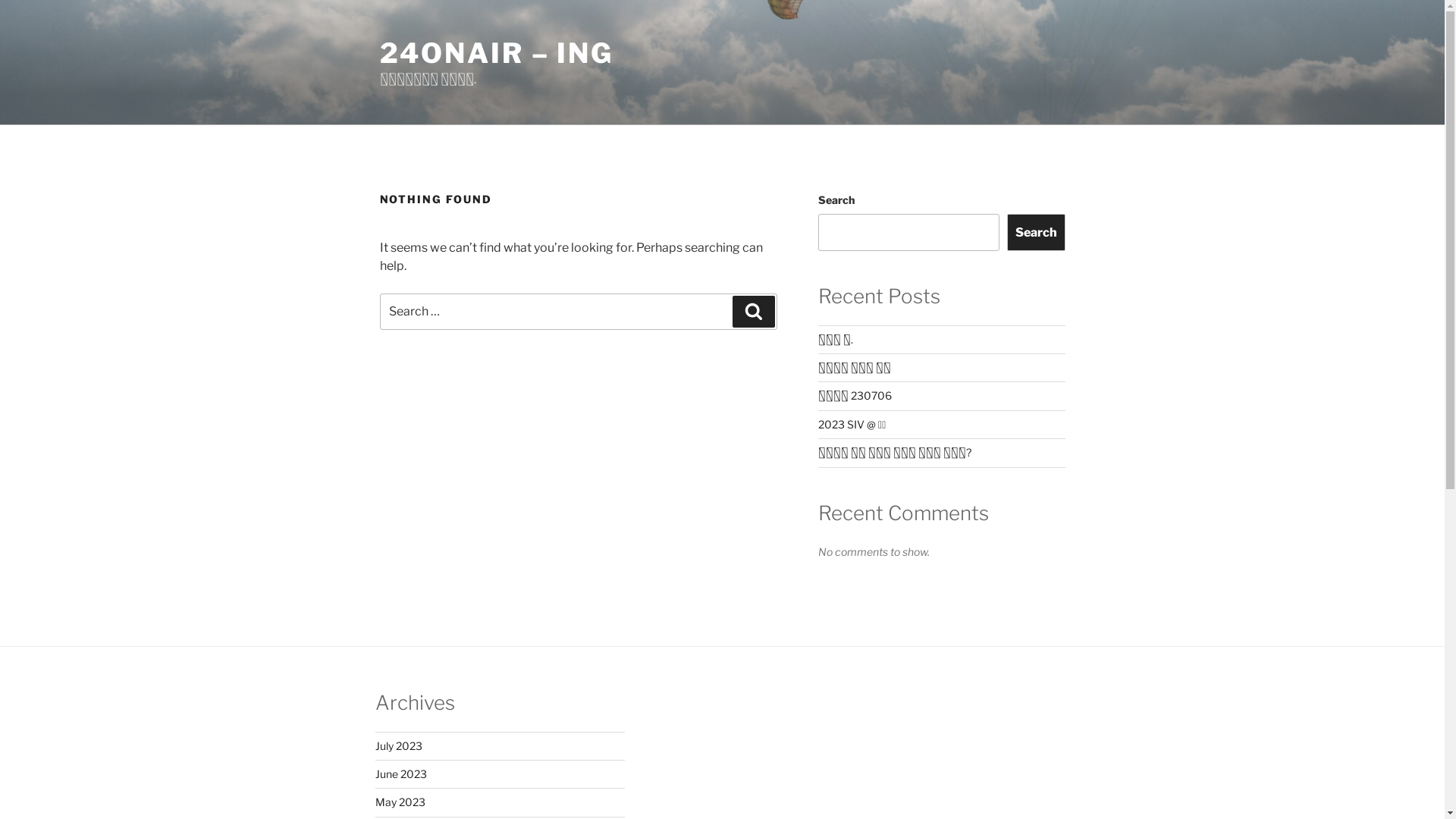  Describe the element at coordinates (753, 311) in the screenshot. I see `'Search'` at that location.